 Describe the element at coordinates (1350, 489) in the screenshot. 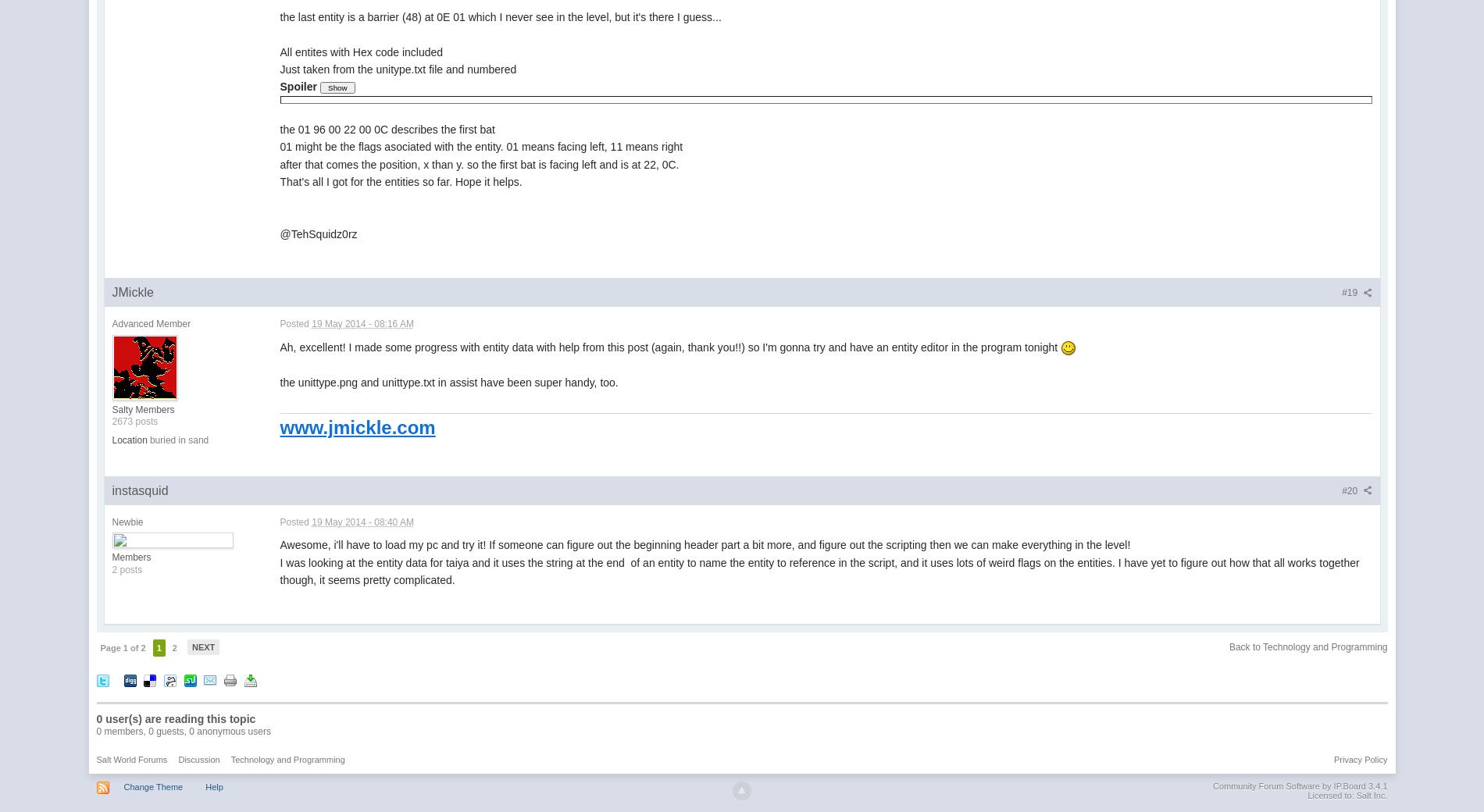

I see `'#20'` at that location.